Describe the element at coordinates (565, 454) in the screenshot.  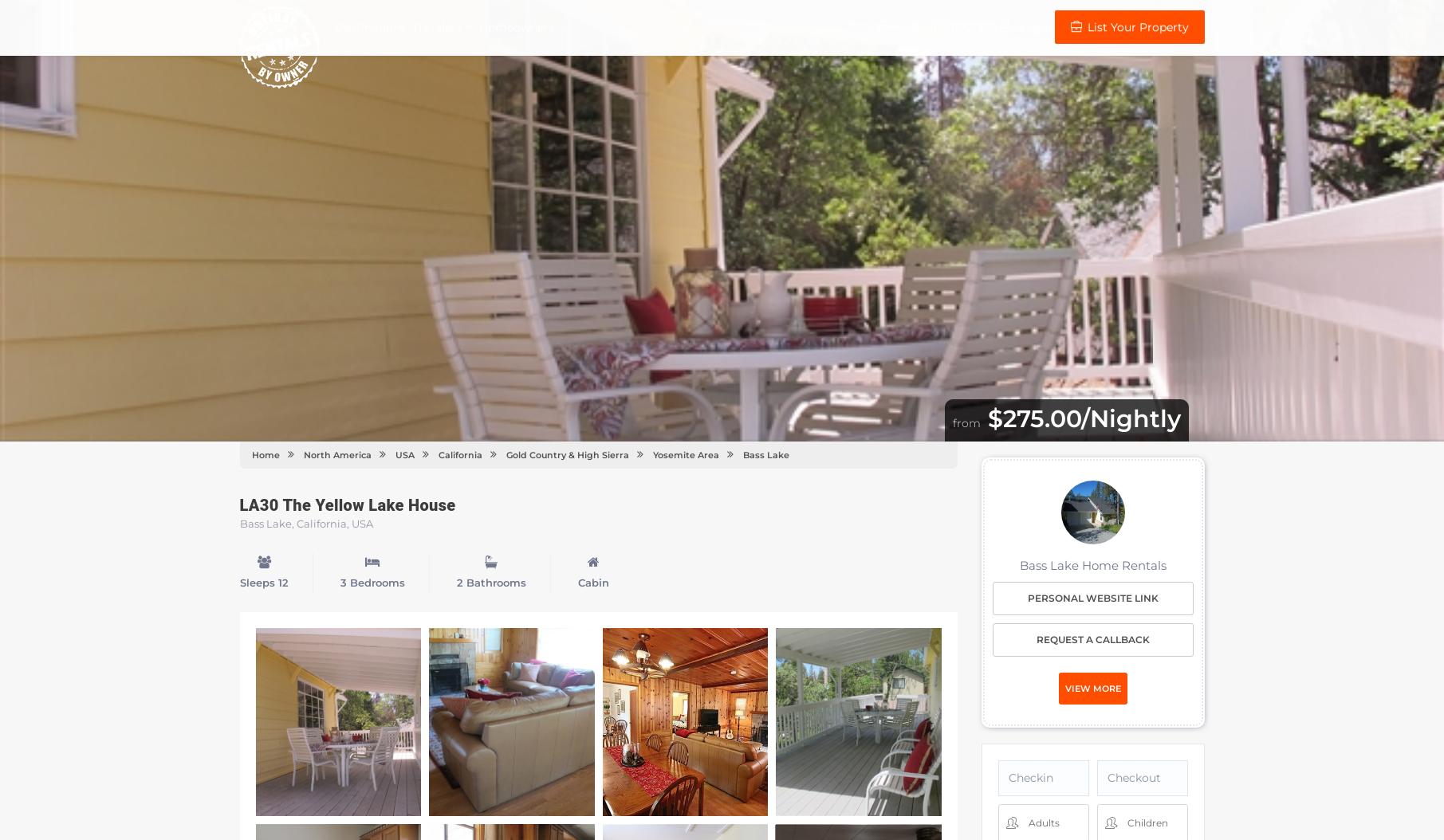
I see `'Gold Country & High Sierra'` at that location.